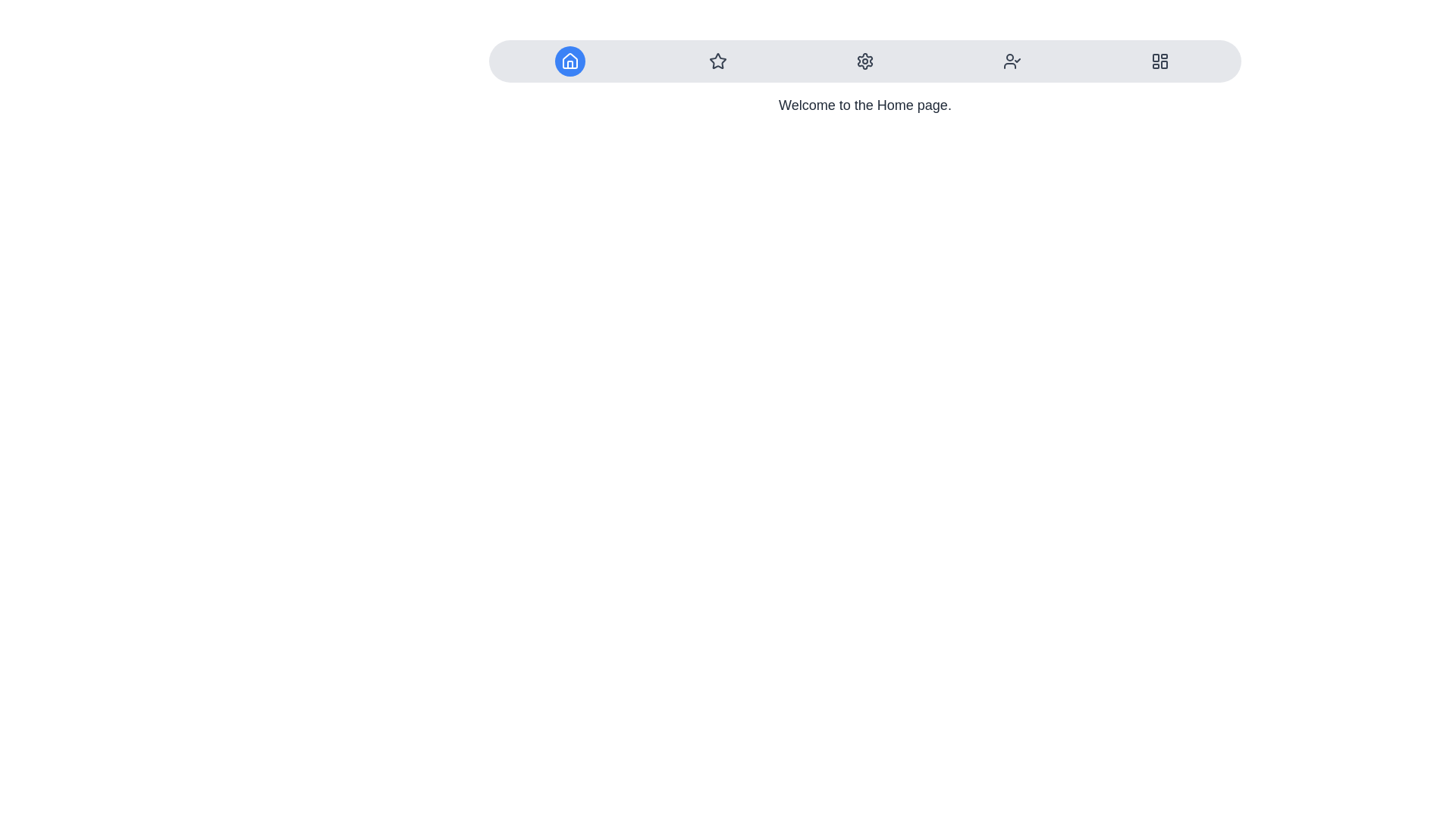 This screenshot has height=819, width=1456. What do you see at coordinates (865, 61) in the screenshot?
I see `the tab corresponding to Settings` at bounding box center [865, 61].